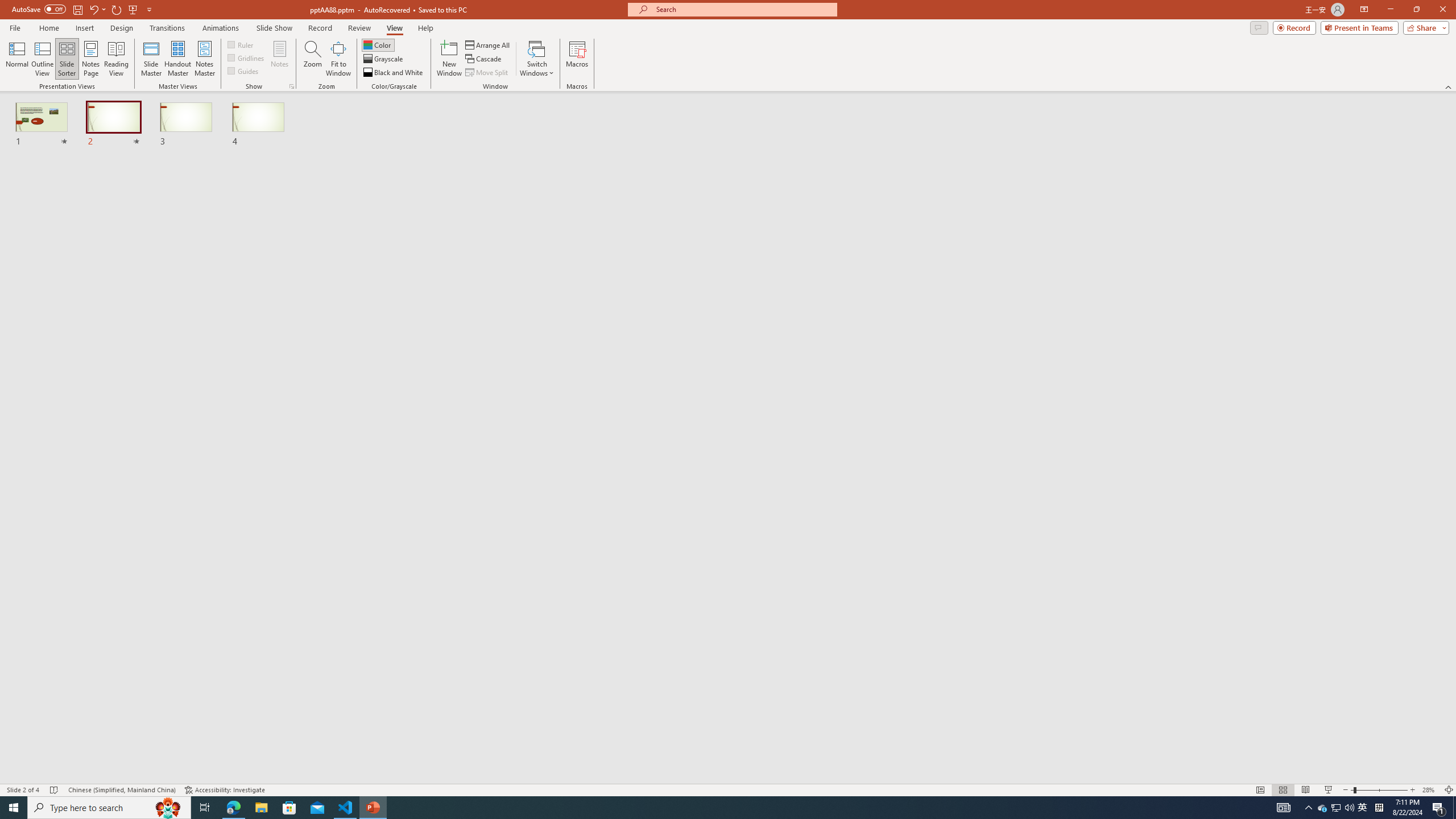  Describe the element at coordinates (42, 59) in the screenshot. I see `'Outline View'` at that location.